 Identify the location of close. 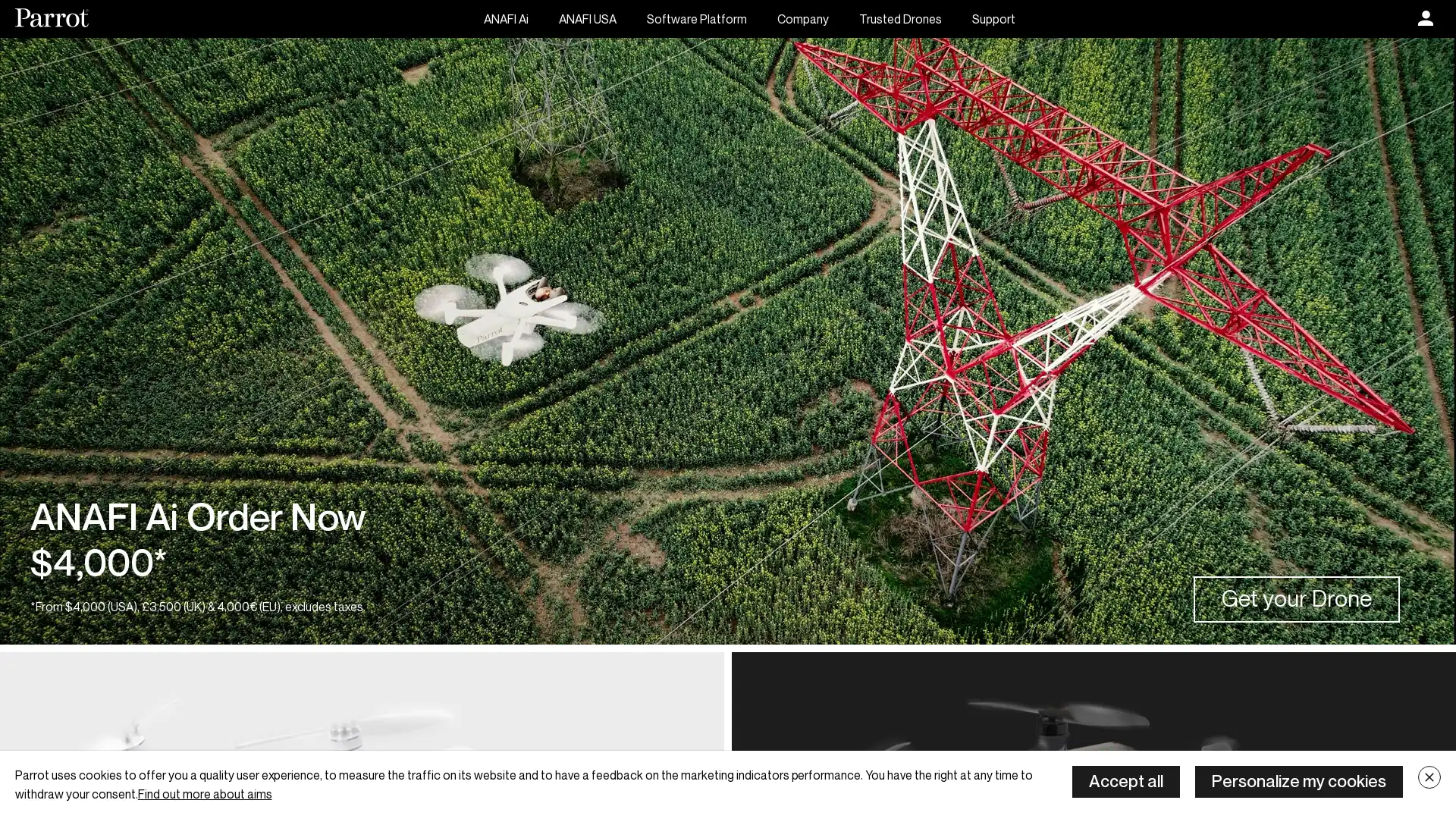
(1429, 777).